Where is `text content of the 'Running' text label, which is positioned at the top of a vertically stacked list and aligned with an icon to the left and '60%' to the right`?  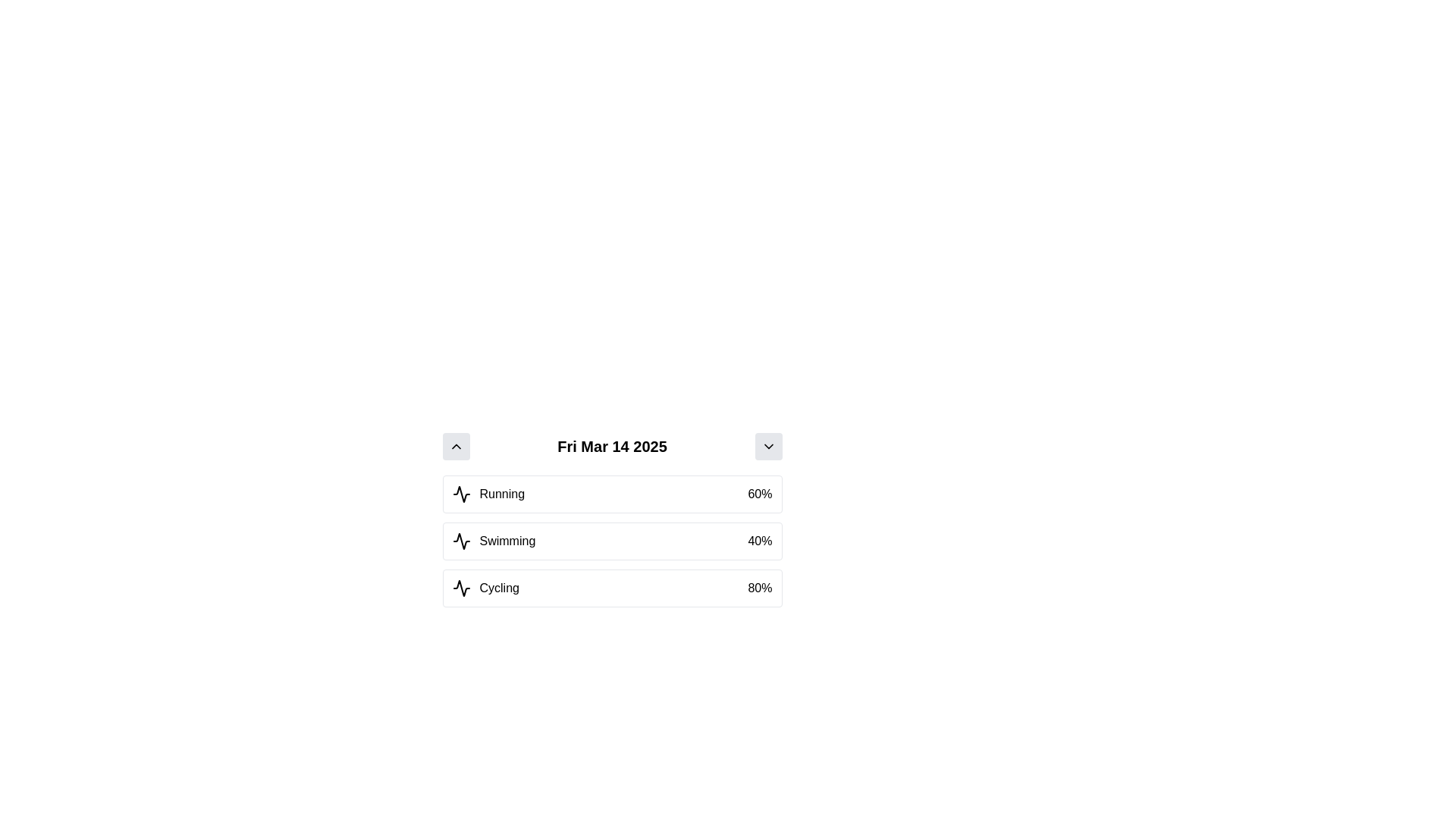
text content of the 'Running' text label, which is positioned at the top of a vertically stacked list and aligned with an icon to the left and '60%' to the right is located at coordinates (488, 494).